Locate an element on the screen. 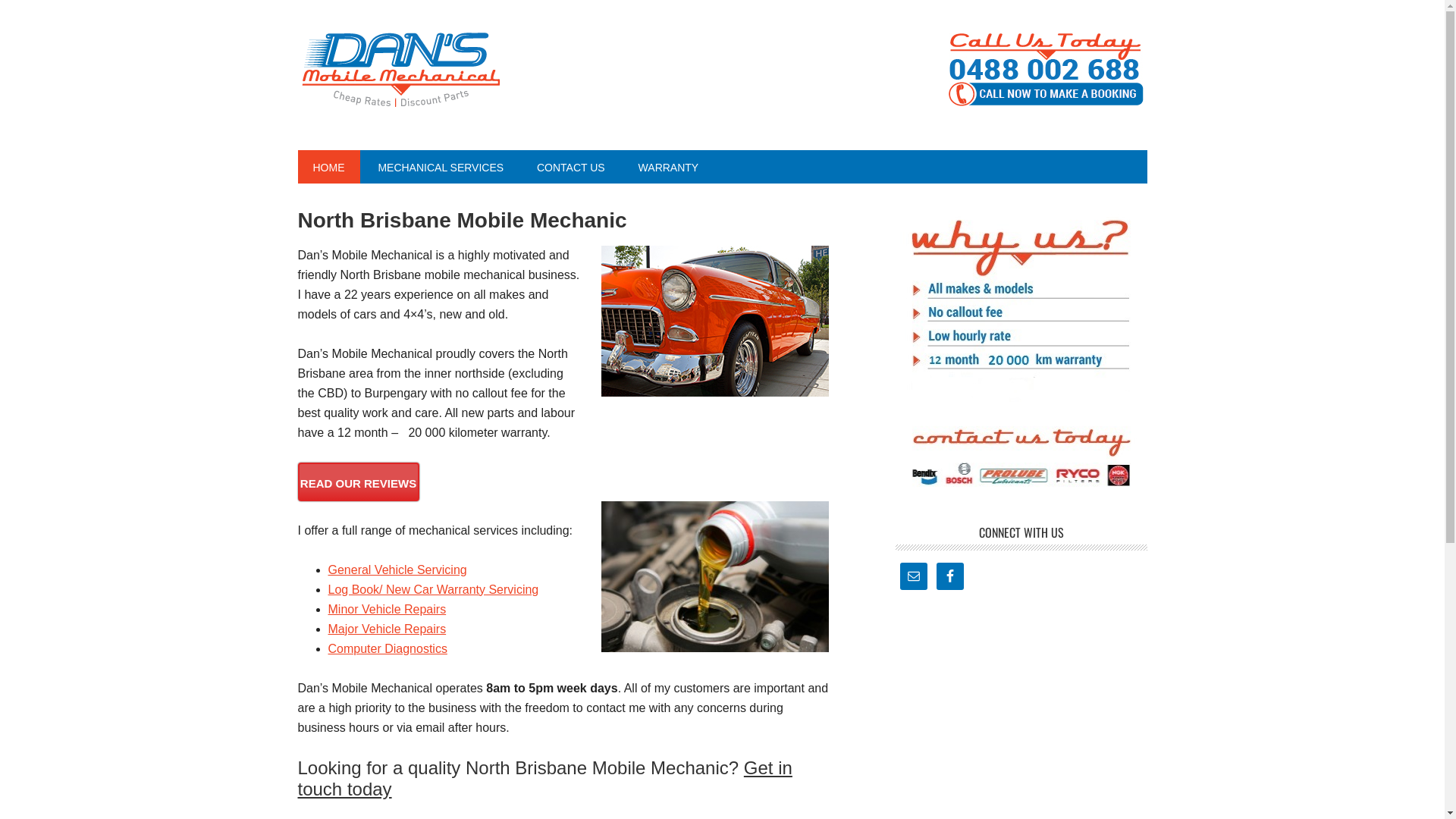 The width and height of the screenshot is (1456, 819). 'READ OUR REVIEWS' is located at coordinates (356, 482).